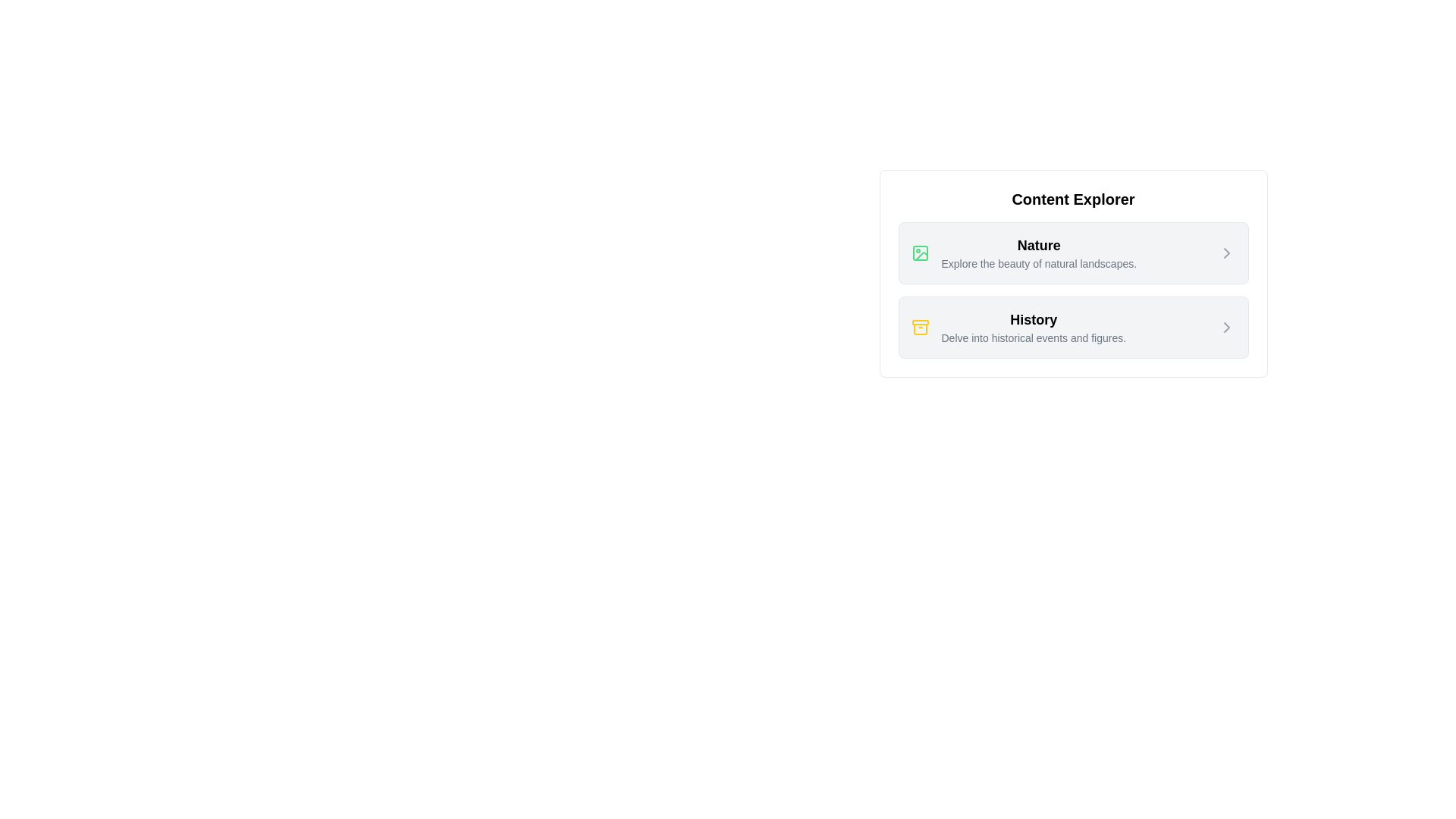 This screenshot has height=819, width=1456. I want to click on the chevron-shaped icon representing a right-pointing arrow located in the 'History' section of the interface, so click(1226, 327).